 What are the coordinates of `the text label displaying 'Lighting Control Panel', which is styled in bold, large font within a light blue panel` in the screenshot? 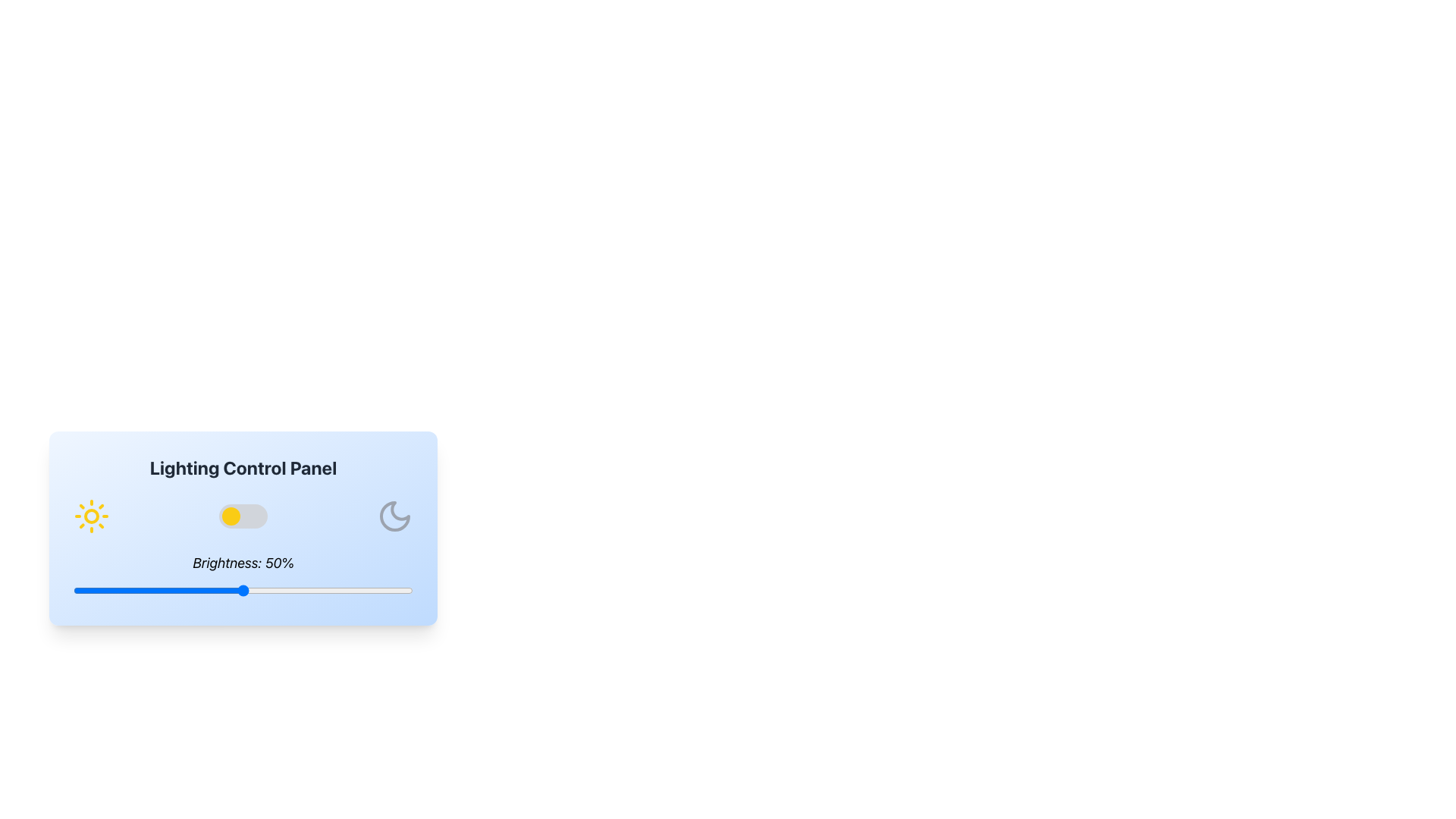 It's located at (243, 467).